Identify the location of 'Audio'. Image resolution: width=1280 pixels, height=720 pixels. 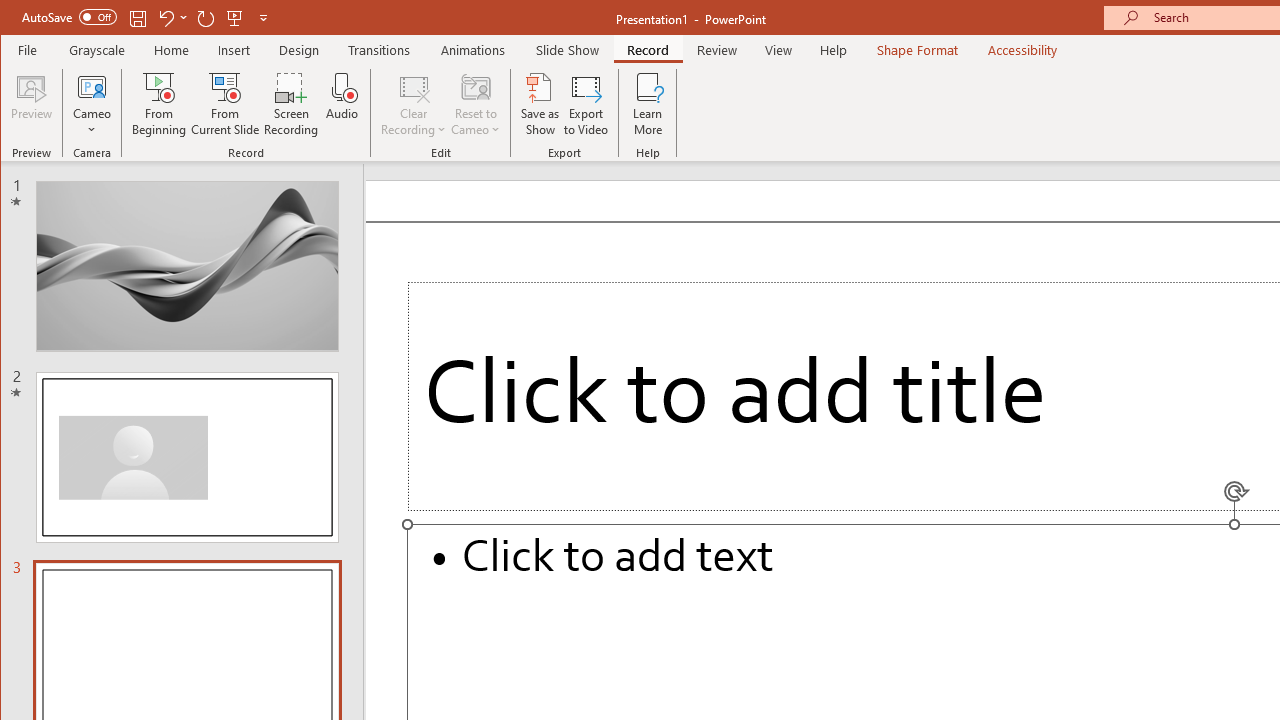
(342, 104).